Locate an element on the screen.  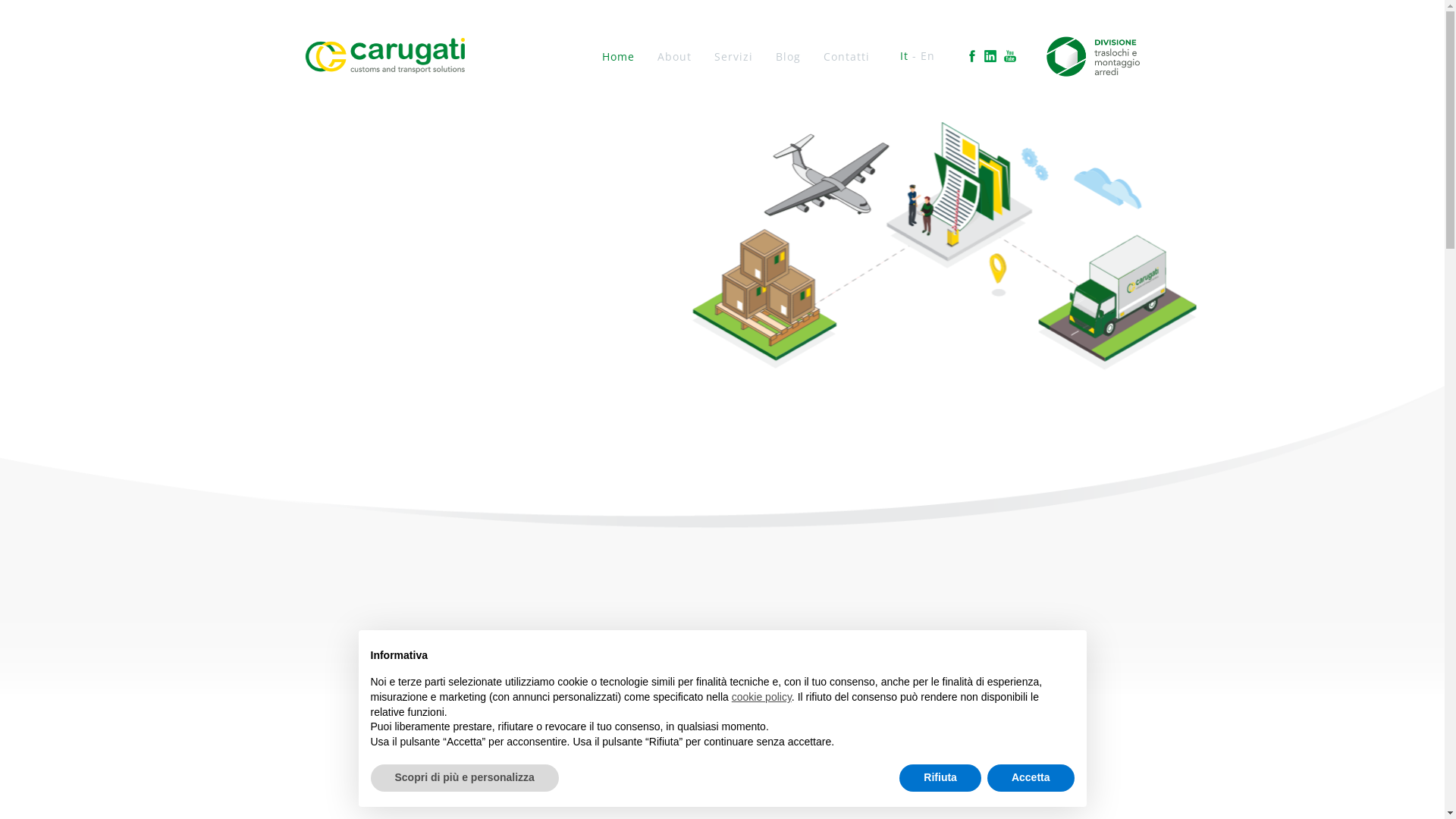
'Home' is located at coordinates (618, 55).